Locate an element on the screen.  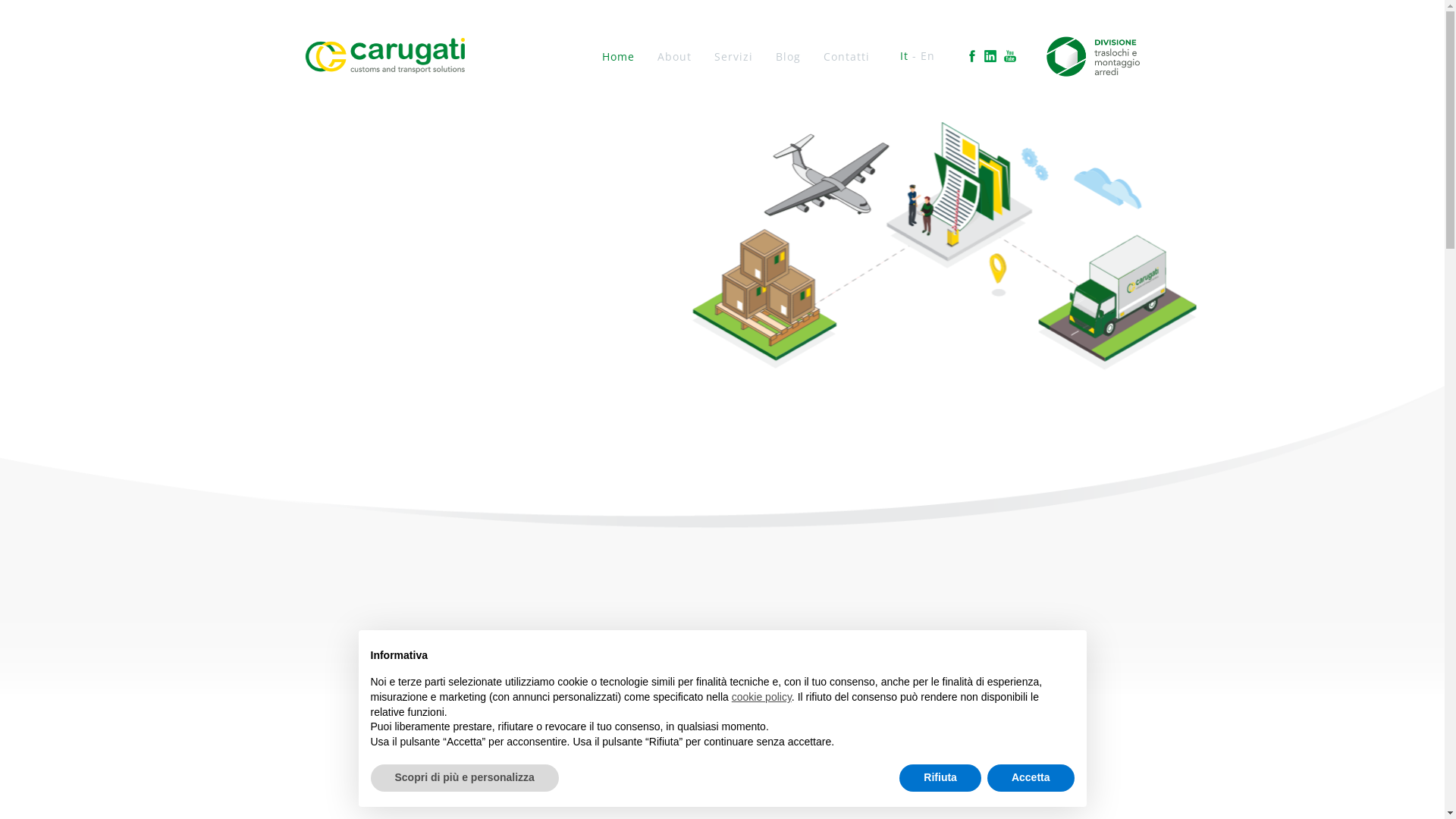
'Home' is located at coordinates (618, 55).